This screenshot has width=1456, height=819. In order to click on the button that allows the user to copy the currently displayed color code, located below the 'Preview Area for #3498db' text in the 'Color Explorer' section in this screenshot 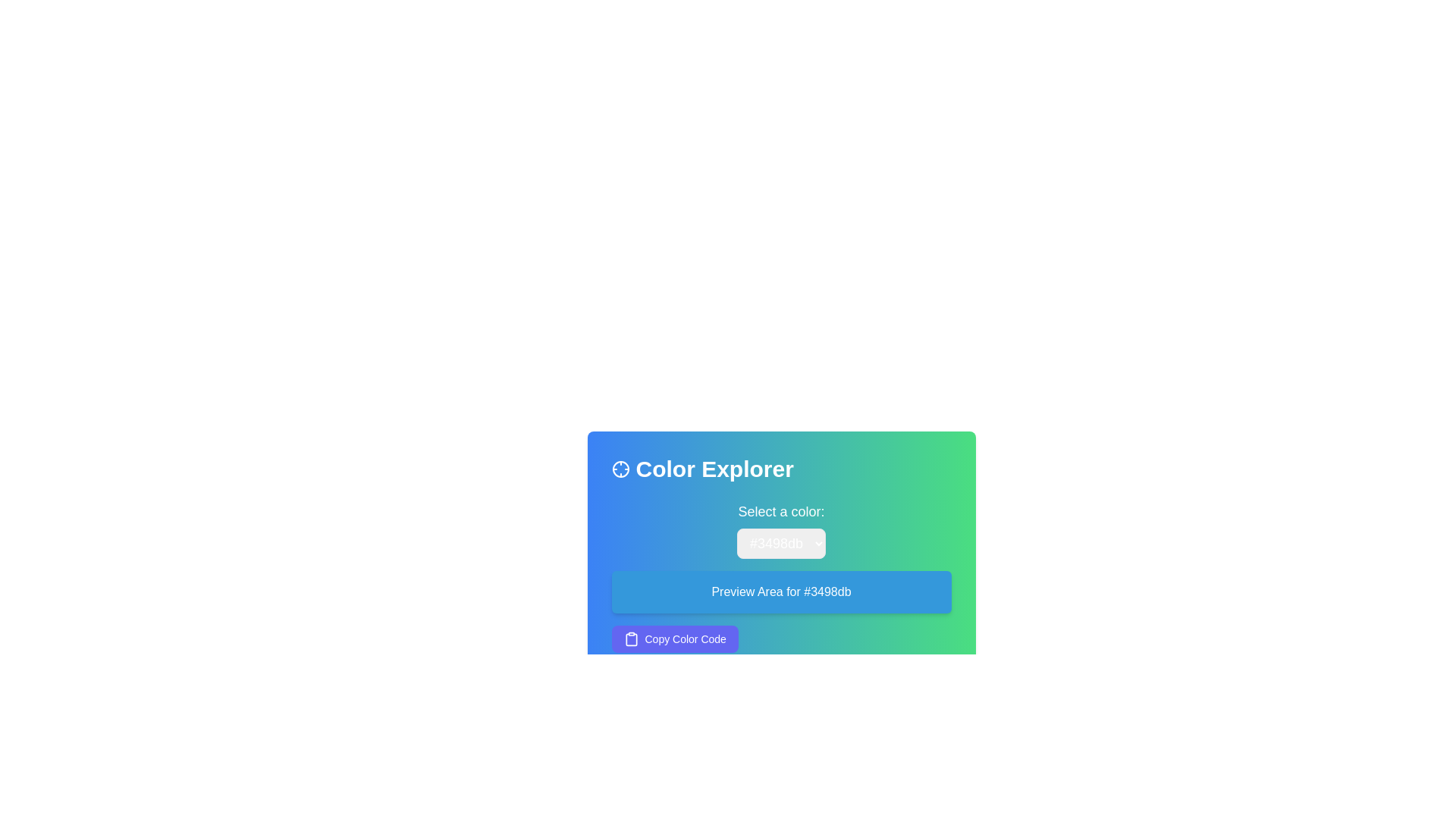, I will do `click(674, 639)`.